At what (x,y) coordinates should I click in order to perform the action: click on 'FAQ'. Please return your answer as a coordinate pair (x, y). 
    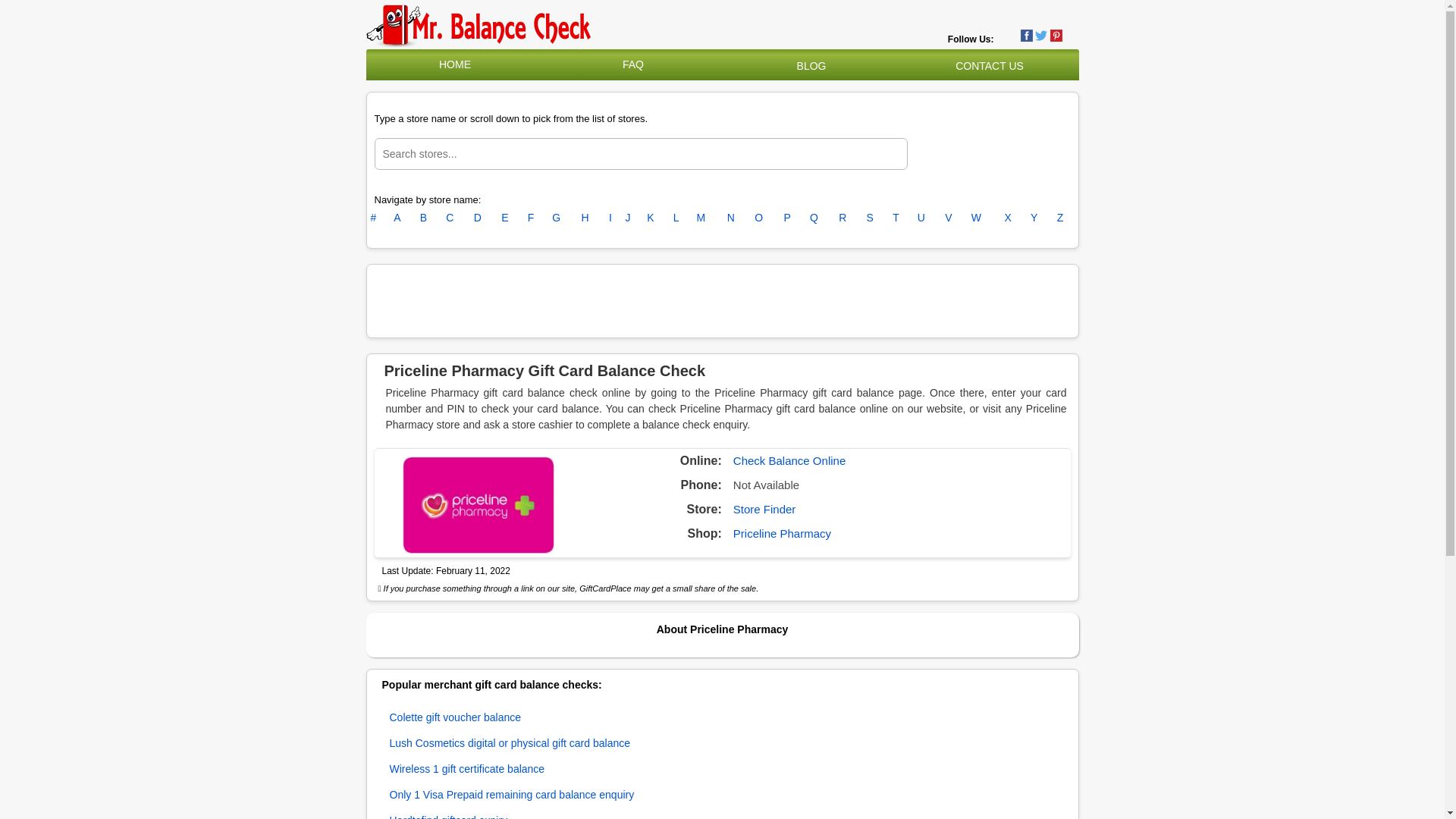
    Looking at the image, I should click on (633, 63).